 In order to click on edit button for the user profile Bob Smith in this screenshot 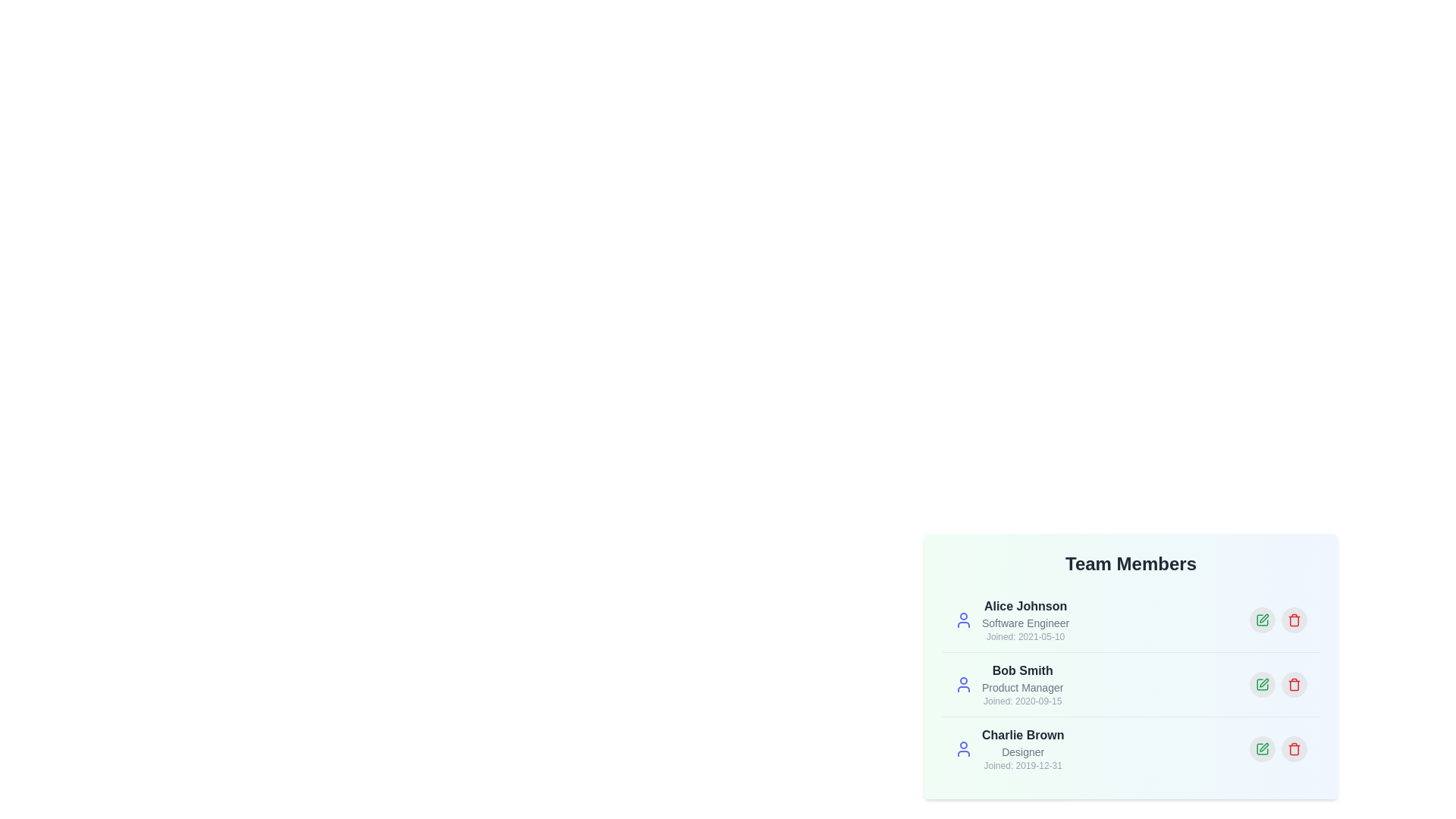, I will do `click(1263, 684)`.